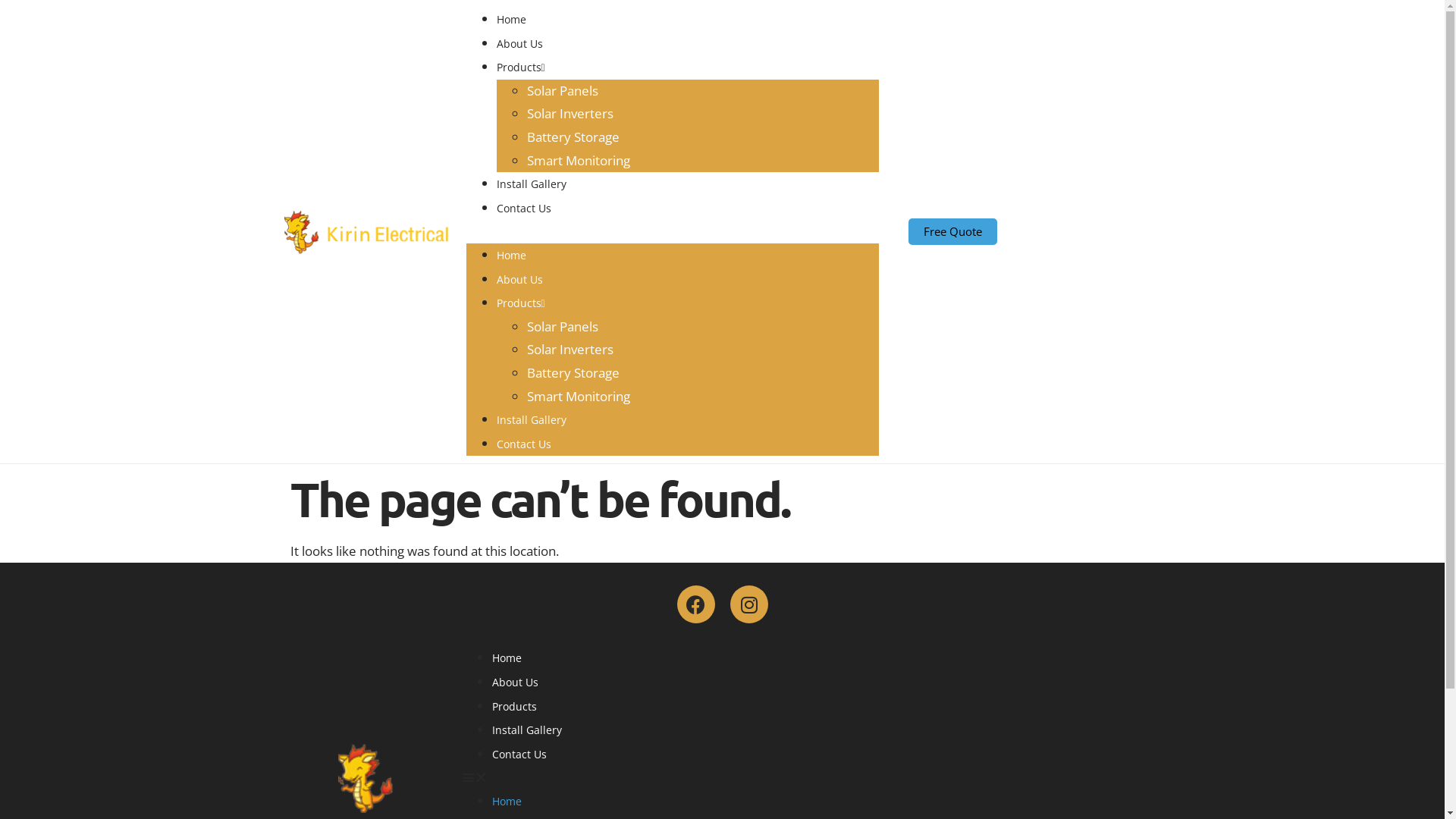  What do you see at coordinates (560, 325) in the screenshot?
I see `'Solar Panels'` at bounding box center [560, 325].